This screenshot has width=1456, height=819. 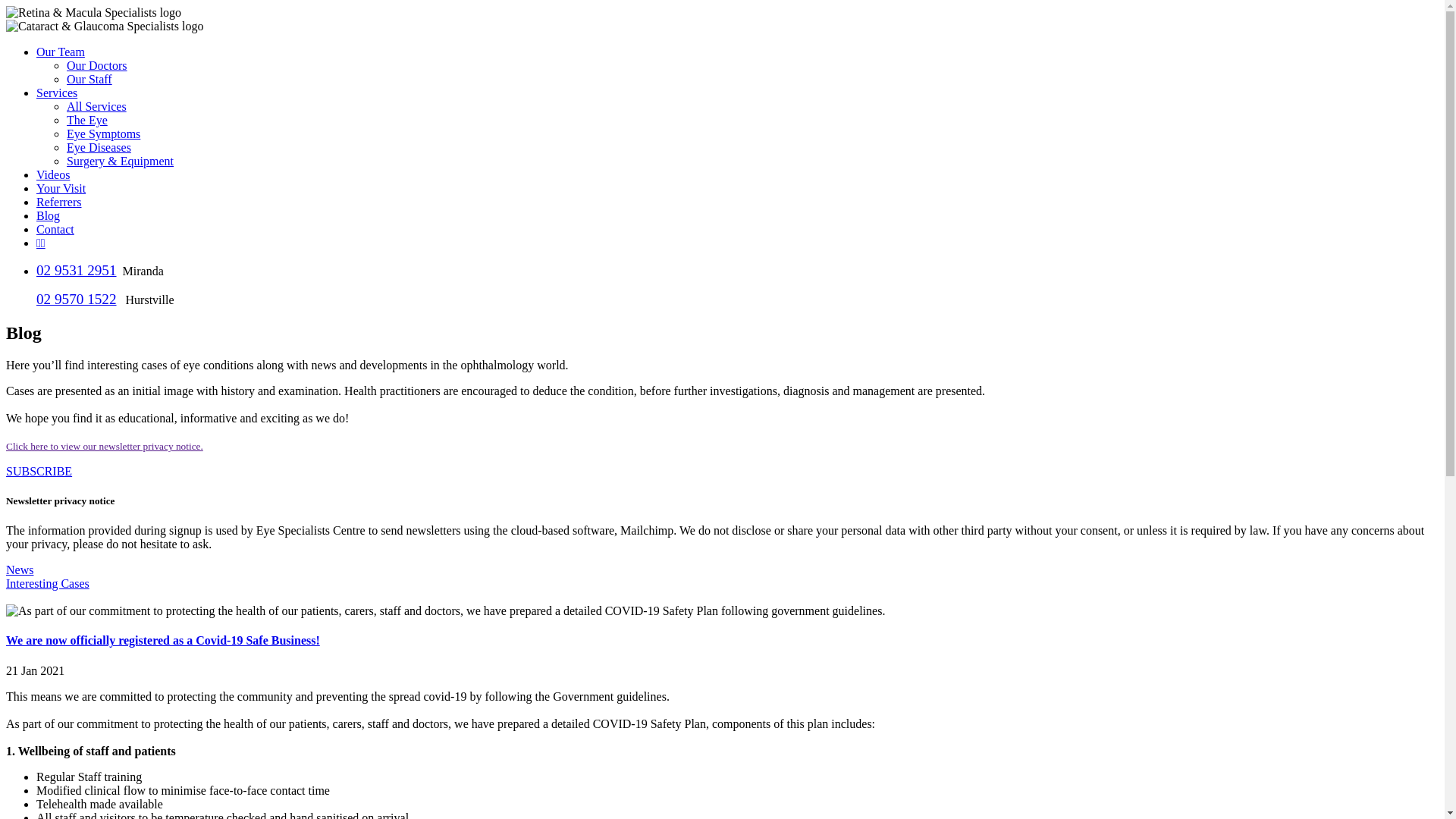 I want to click on 'Our Staff', so click(x=89, y=79).